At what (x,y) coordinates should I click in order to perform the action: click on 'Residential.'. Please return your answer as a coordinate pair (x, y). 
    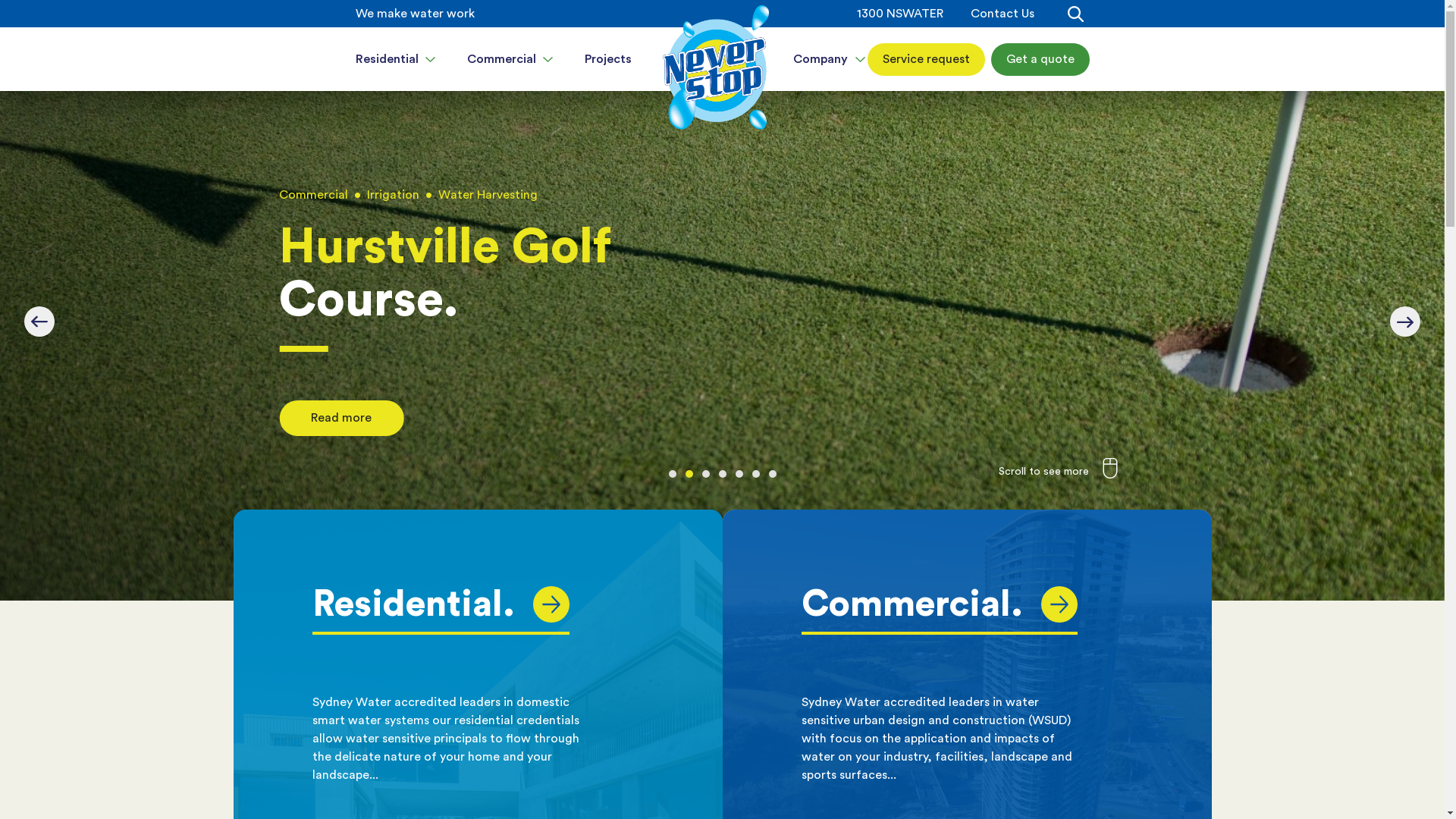
    Looking at the image, I should click on (312, 604).